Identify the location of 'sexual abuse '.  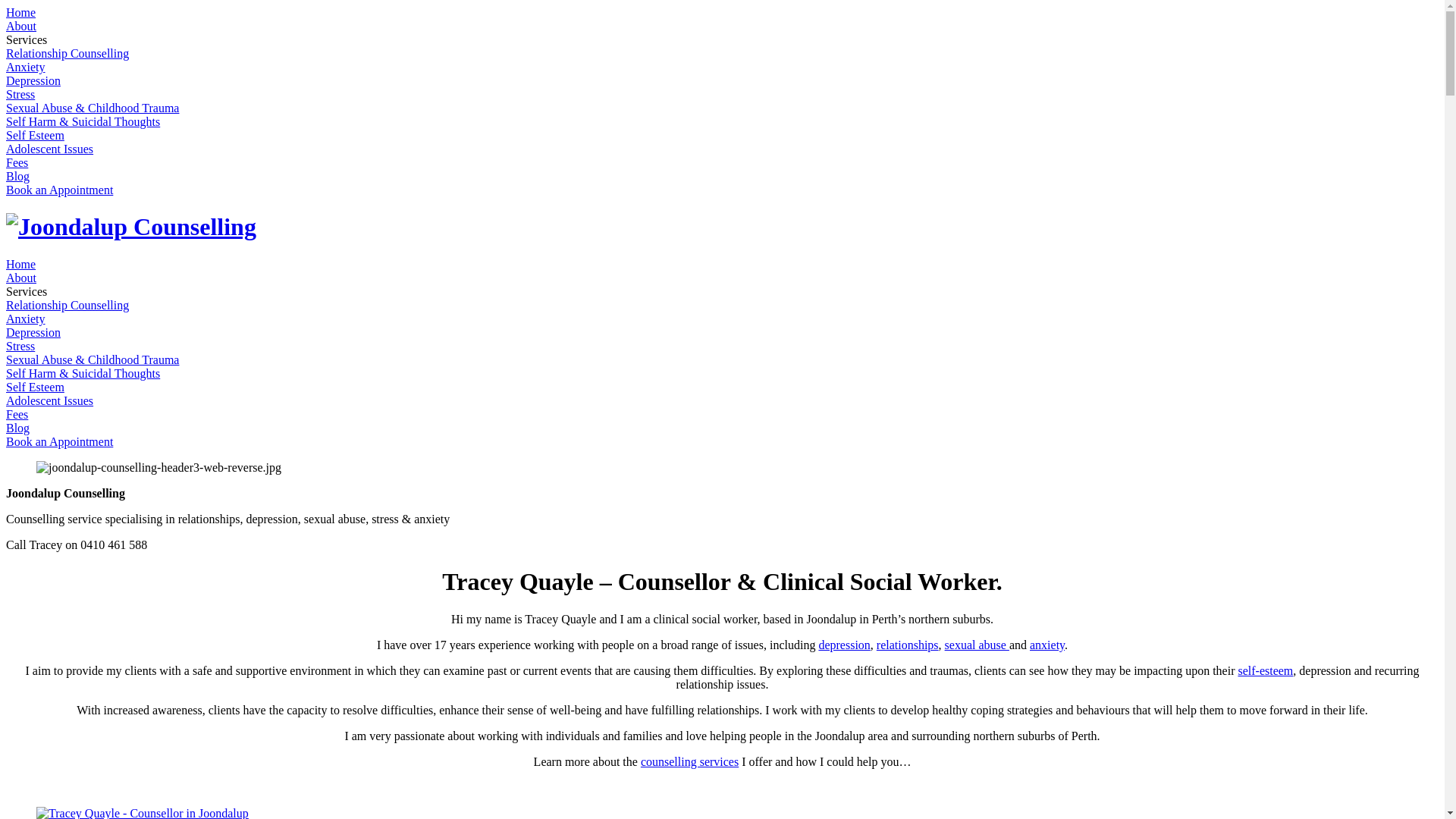
(977, 645).